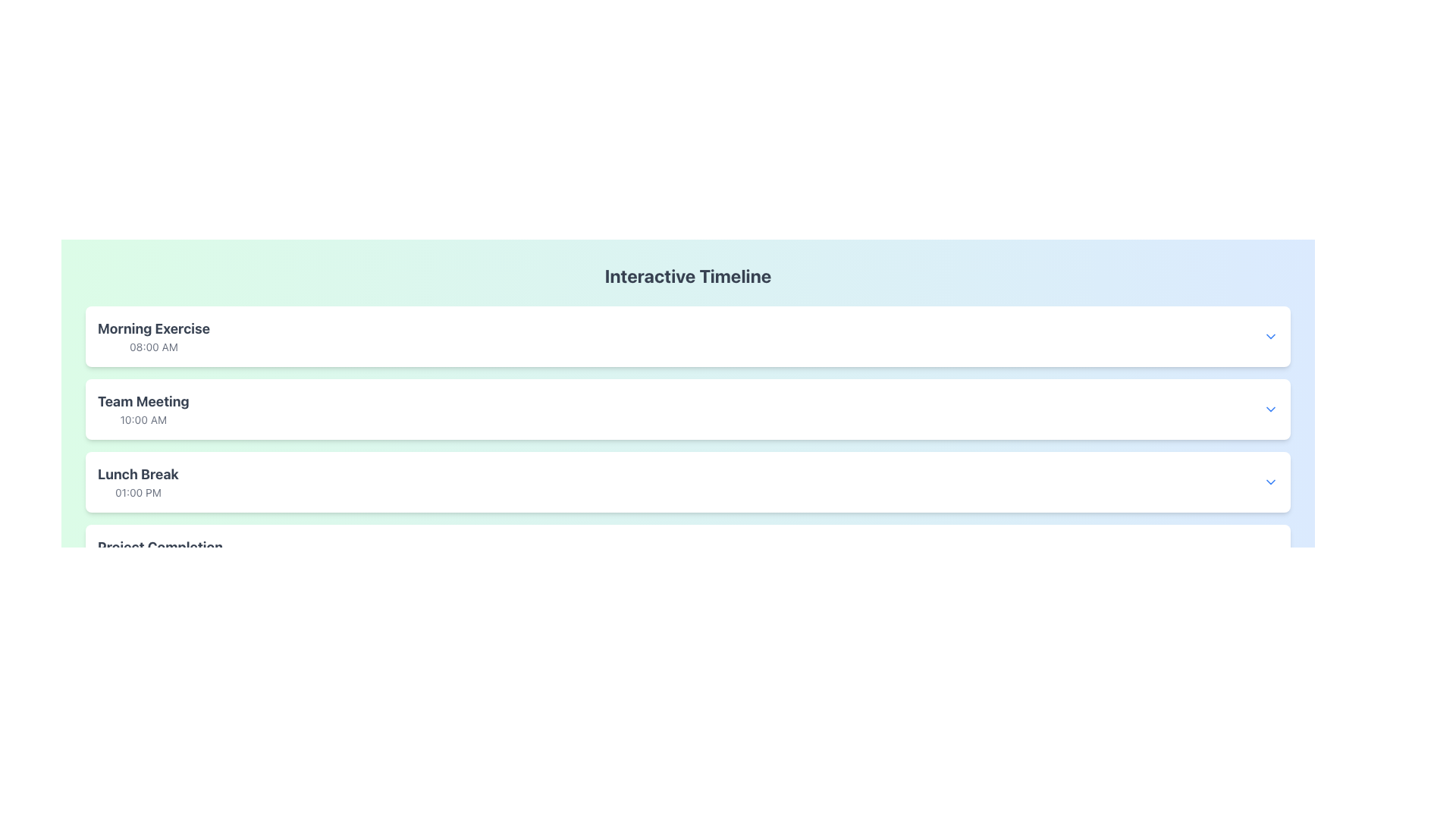 This screenshot has width=1456, height=819. What do you see at coordinates (138, 482) in the screenshot?
I see `the informational text block displaying 'Lunch Break' scheduled at '01:00 PM'` at bounding box center [138, 482].